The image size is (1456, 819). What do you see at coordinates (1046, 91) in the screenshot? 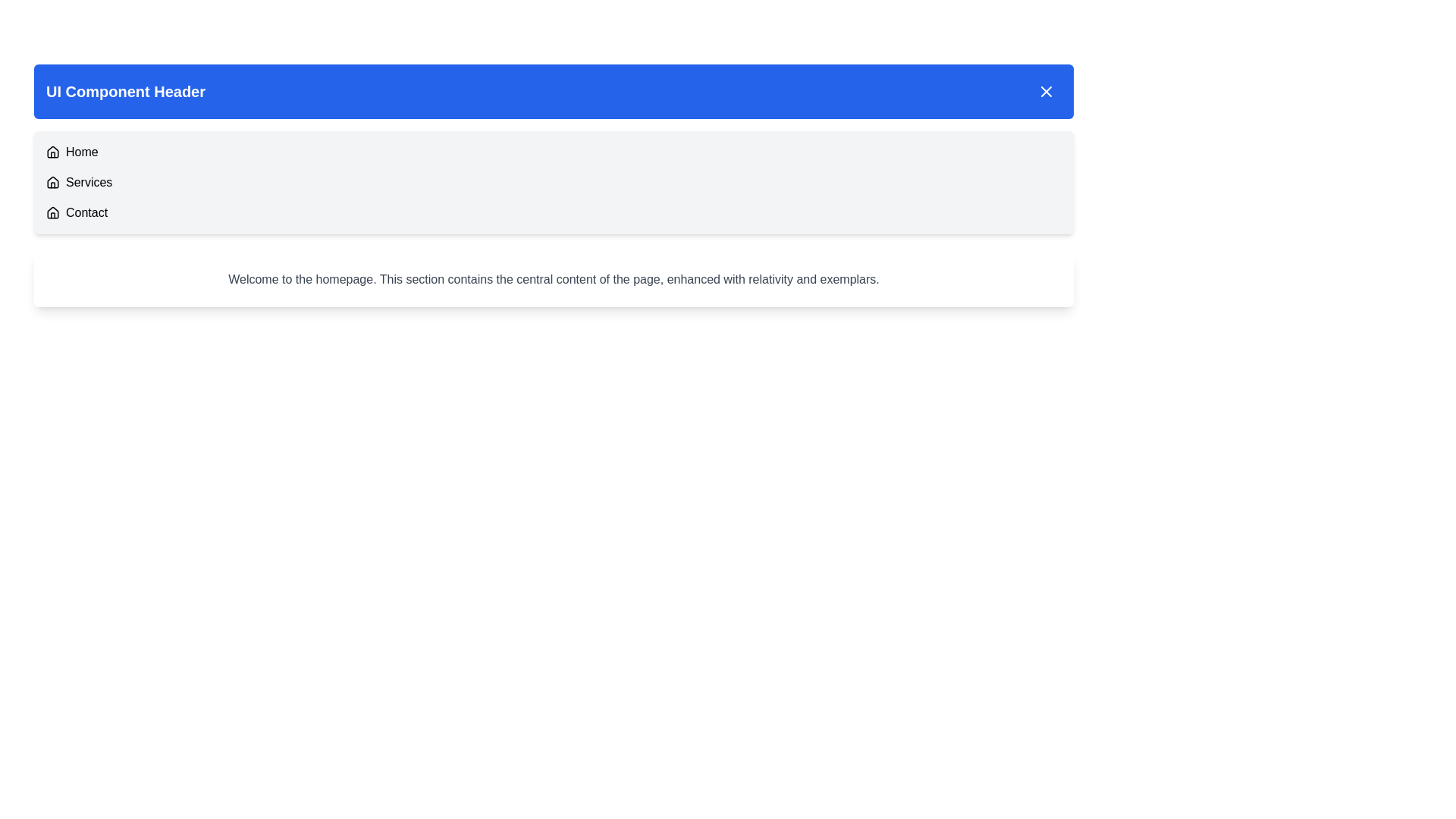
I see `the Close button icon located in the top-right corner of the header section to trigger the hover effect` at bounding box center [1046, 91].